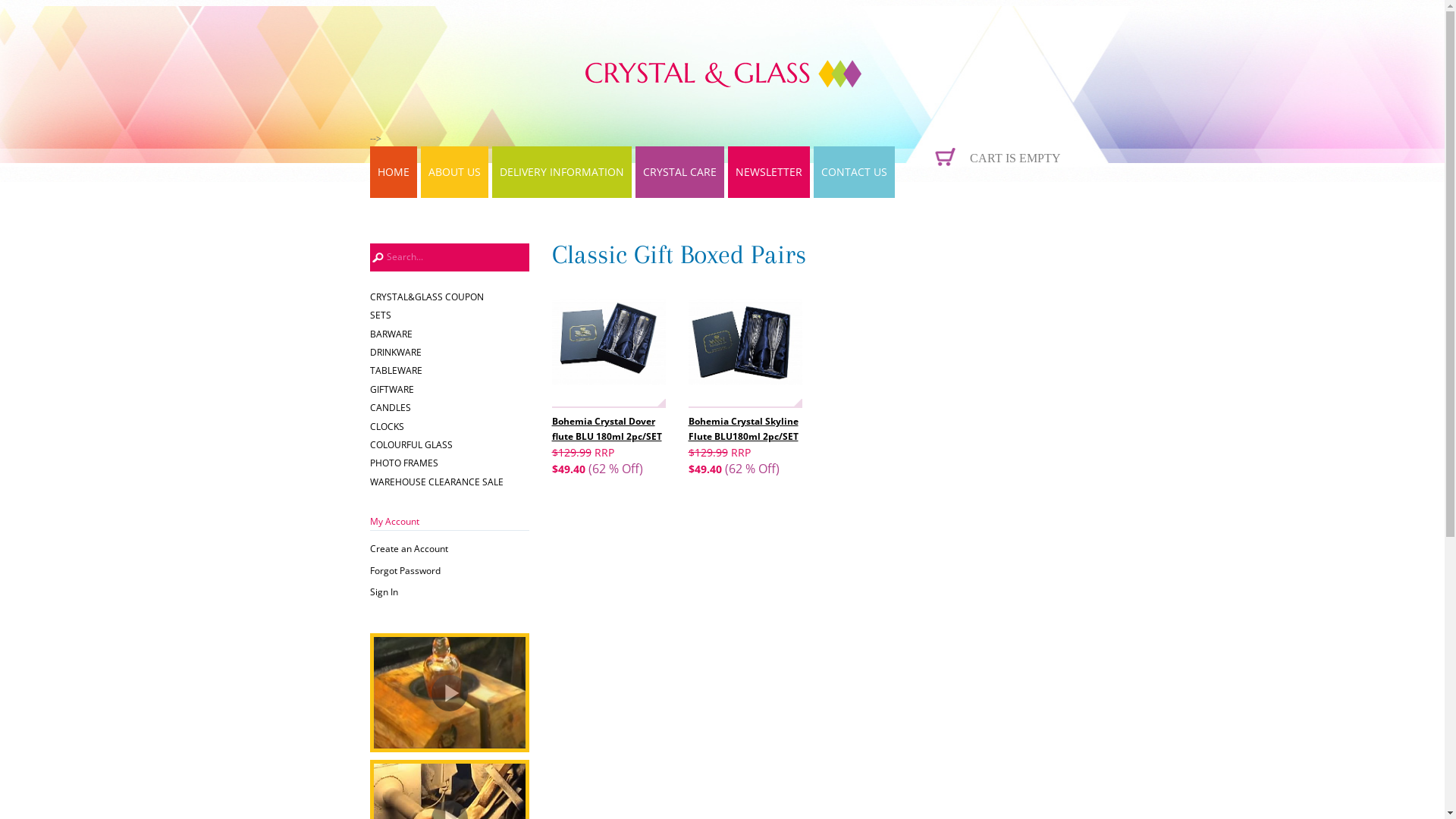  I want to click on 'CRYSTAL CARE', so click(679, 171).